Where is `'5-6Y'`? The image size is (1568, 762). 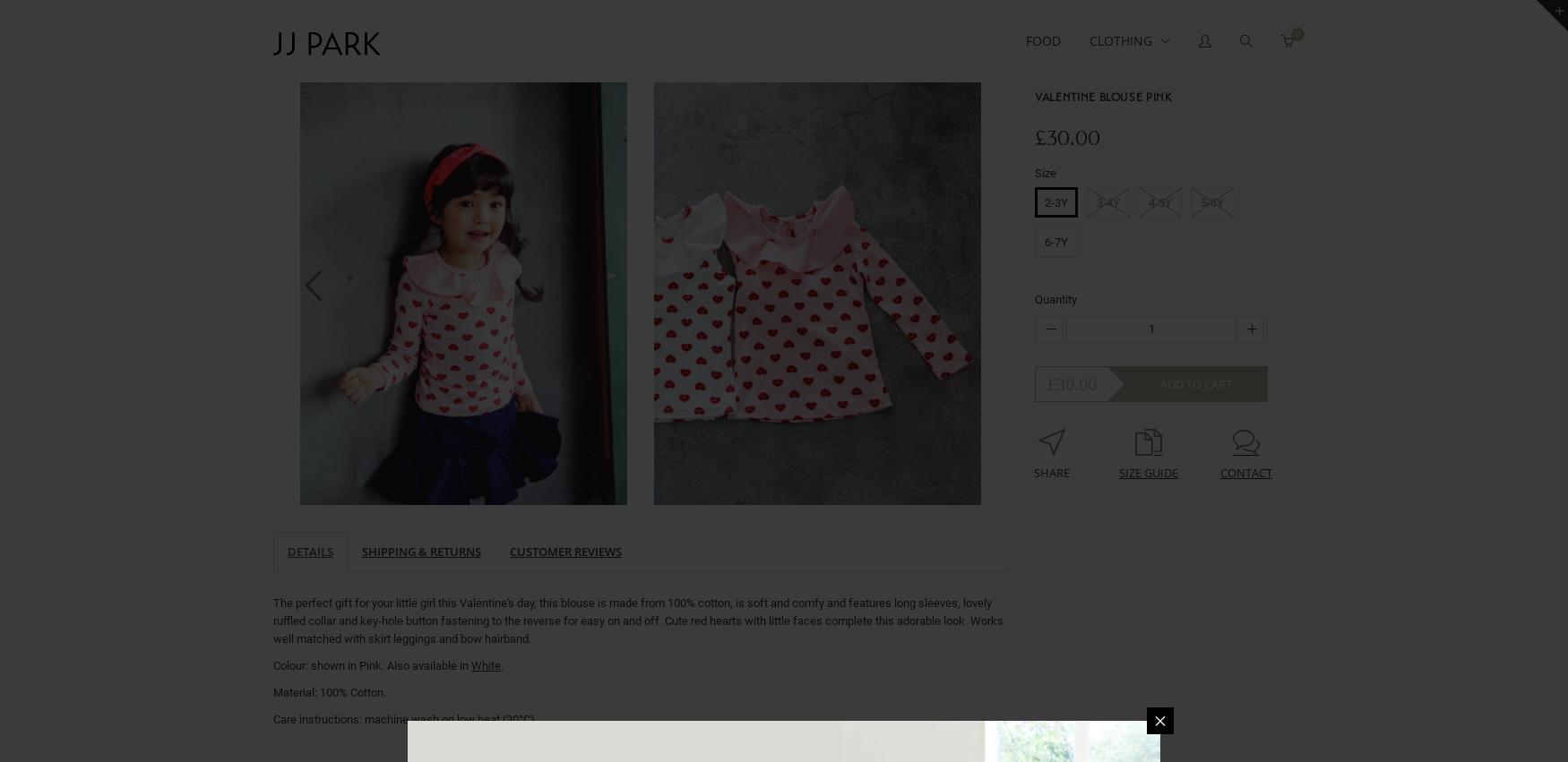 '5-6Y' is located at coordinates (1211, 202).